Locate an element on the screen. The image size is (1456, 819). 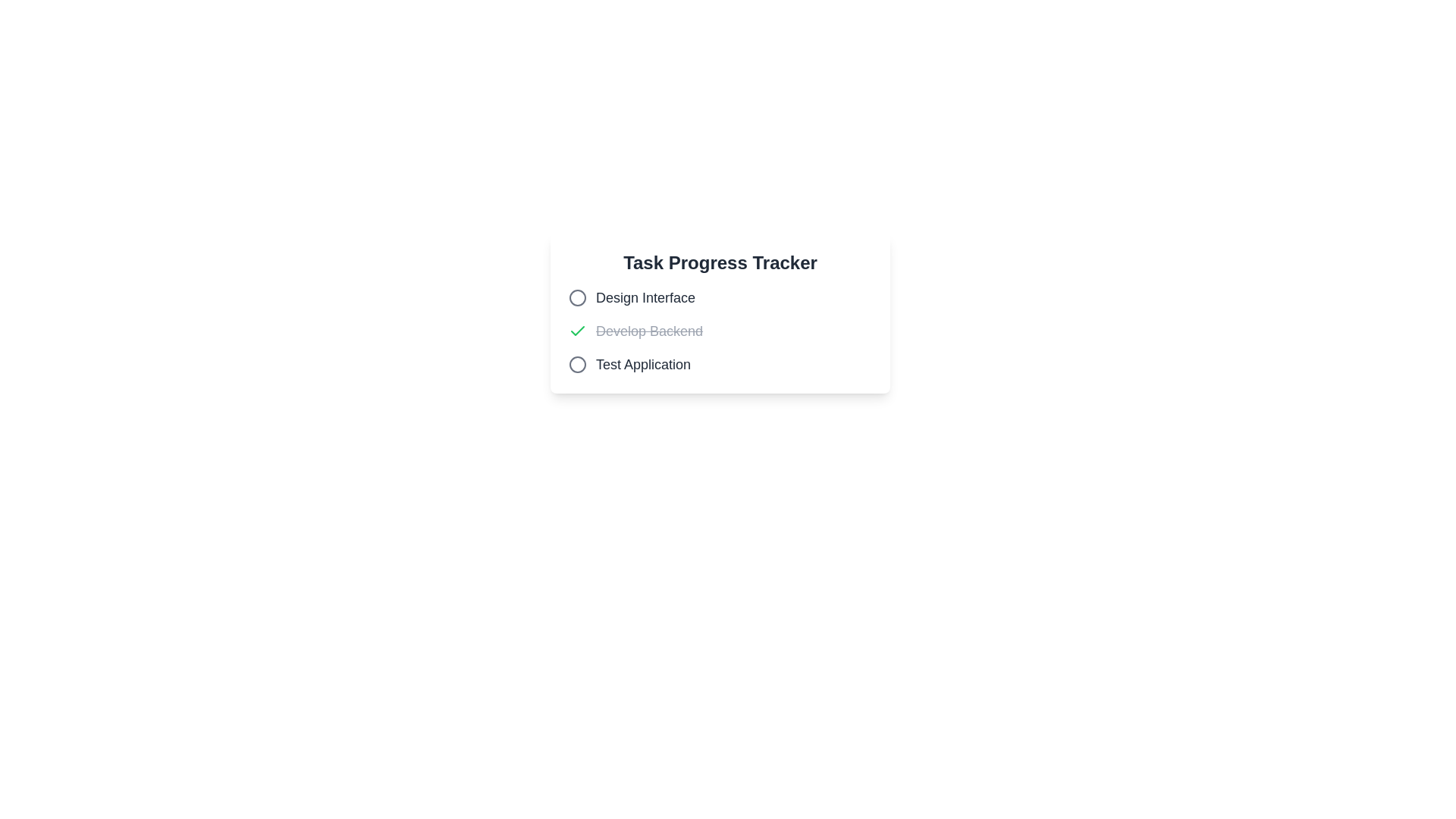
the completed task labeled 'Develop Backend' in the Task Progress Tracker list, which is marked with a strikethrough style is located at coordinates (649, 330).